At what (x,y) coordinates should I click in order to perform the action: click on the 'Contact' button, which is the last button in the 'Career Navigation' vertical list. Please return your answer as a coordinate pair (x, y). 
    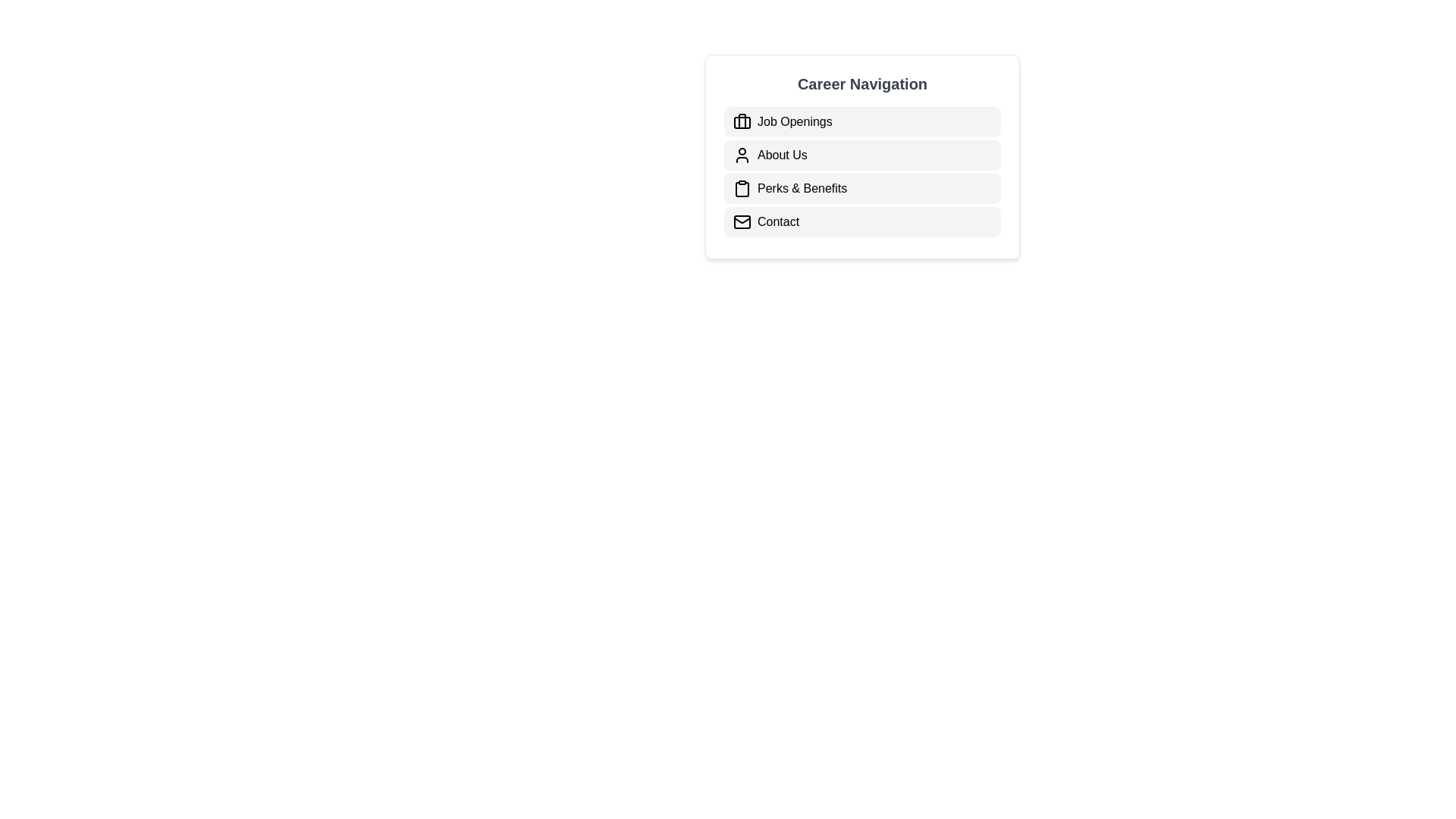
    Looking at the image, I should click on (862, 222).